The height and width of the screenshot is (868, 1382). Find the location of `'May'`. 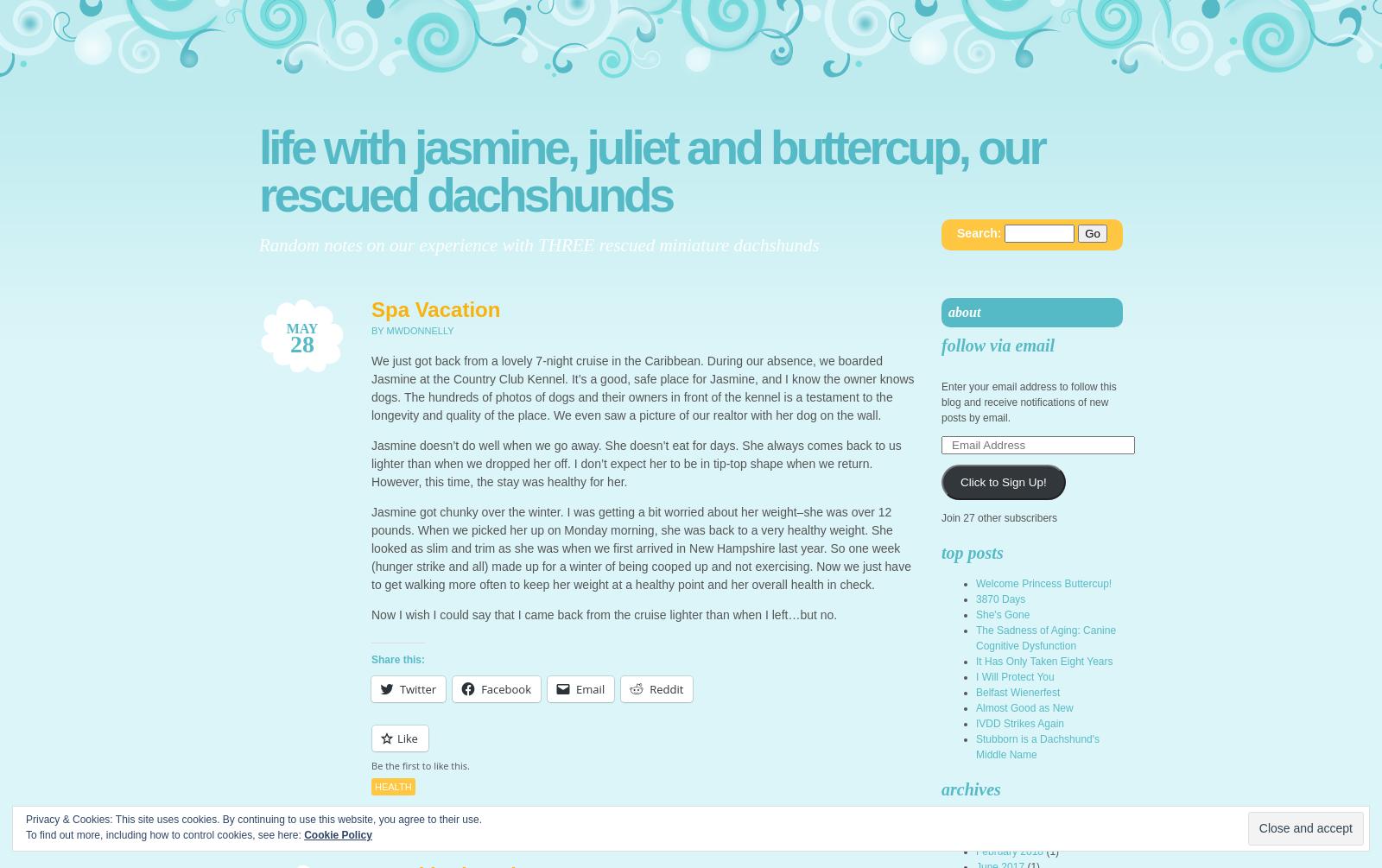

'May' is located at coordinates (301, 328).